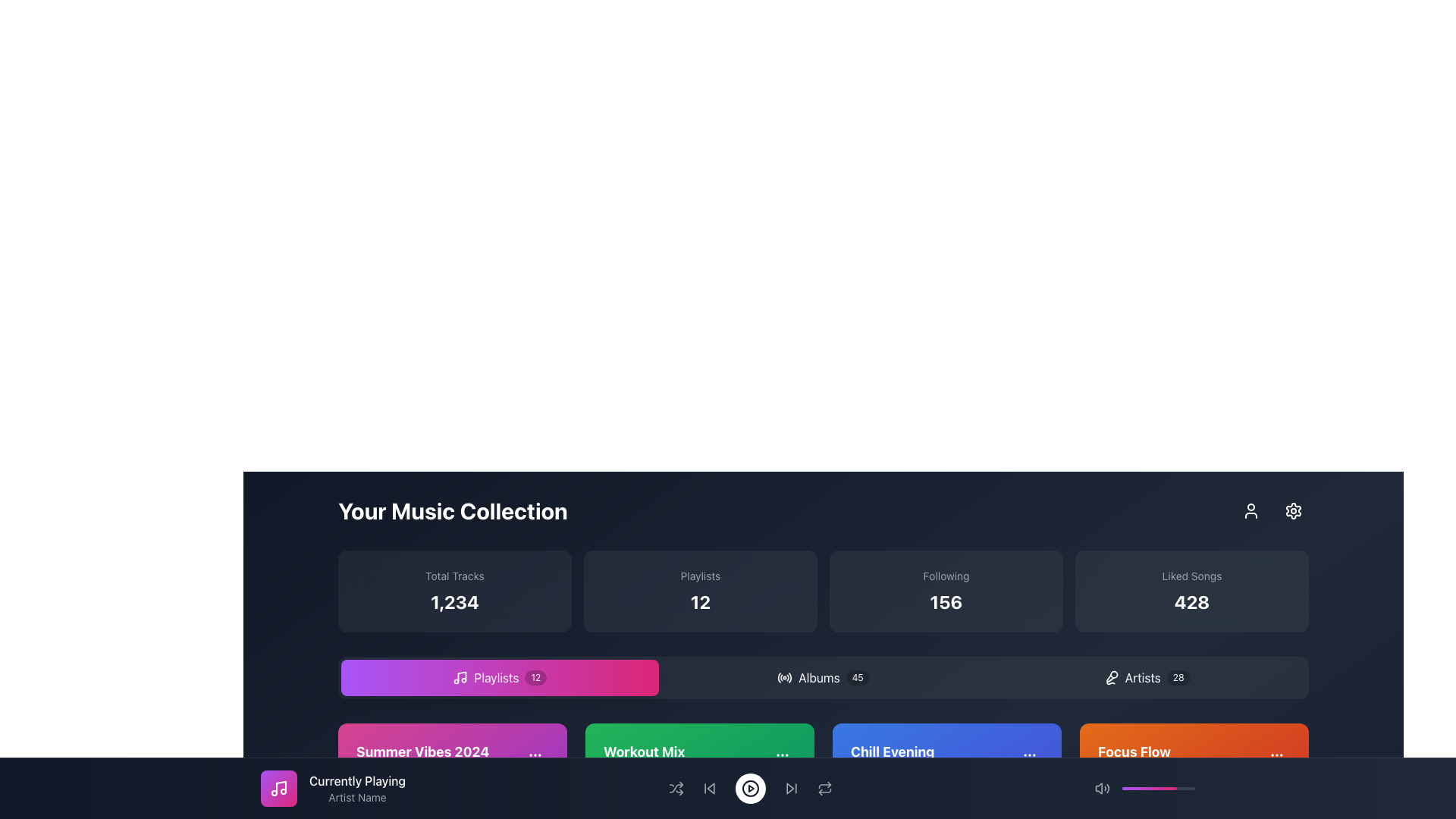 The width and height of the screenshot is (1456, 819). What do you see at coordinates (1276, 755) in the screenshot?
I see `the button on the far right of the 'Focus Flow' section` at bounding box center [1276, 755].